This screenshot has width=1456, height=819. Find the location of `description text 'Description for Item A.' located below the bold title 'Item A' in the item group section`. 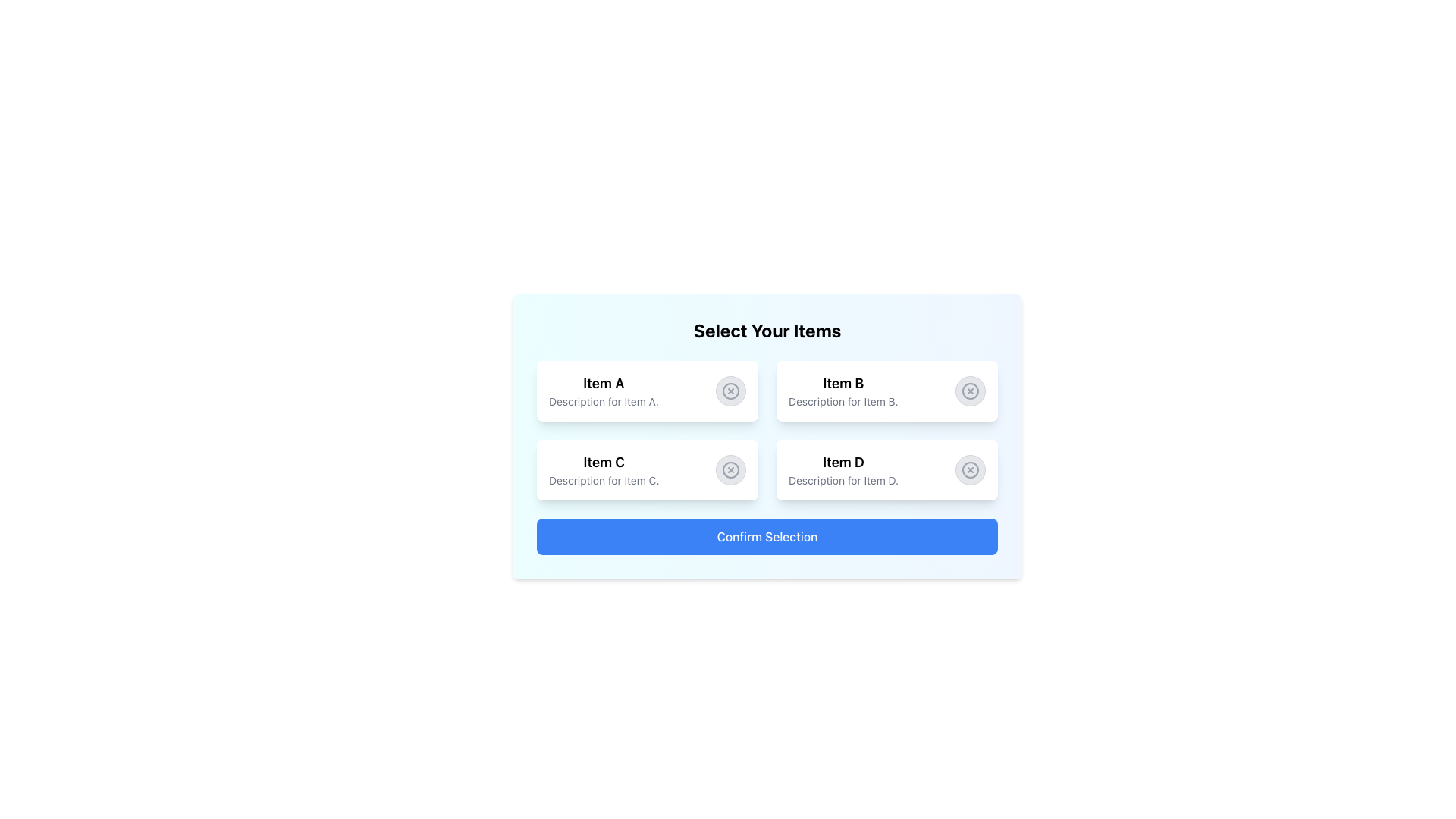

description text 'Description for Item A.' located below the bold title 'Item A' in the item group section is located at coordinates (603, 400).